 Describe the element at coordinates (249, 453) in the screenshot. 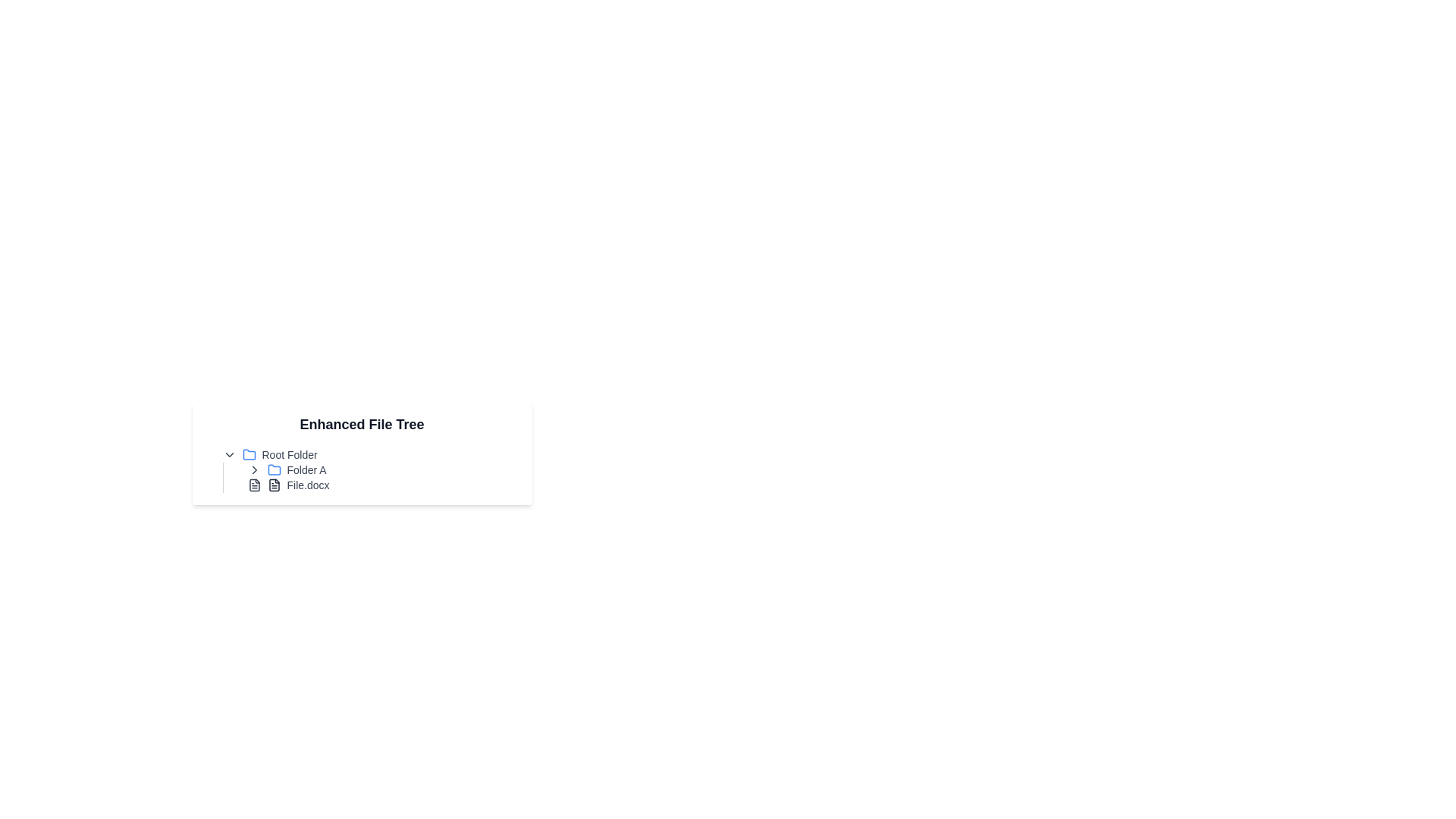

I see `the folder icon representing 'Folder A' in the file tree structure, which serves as a visual cue for hierarchical groupings of files and folders` at that location.